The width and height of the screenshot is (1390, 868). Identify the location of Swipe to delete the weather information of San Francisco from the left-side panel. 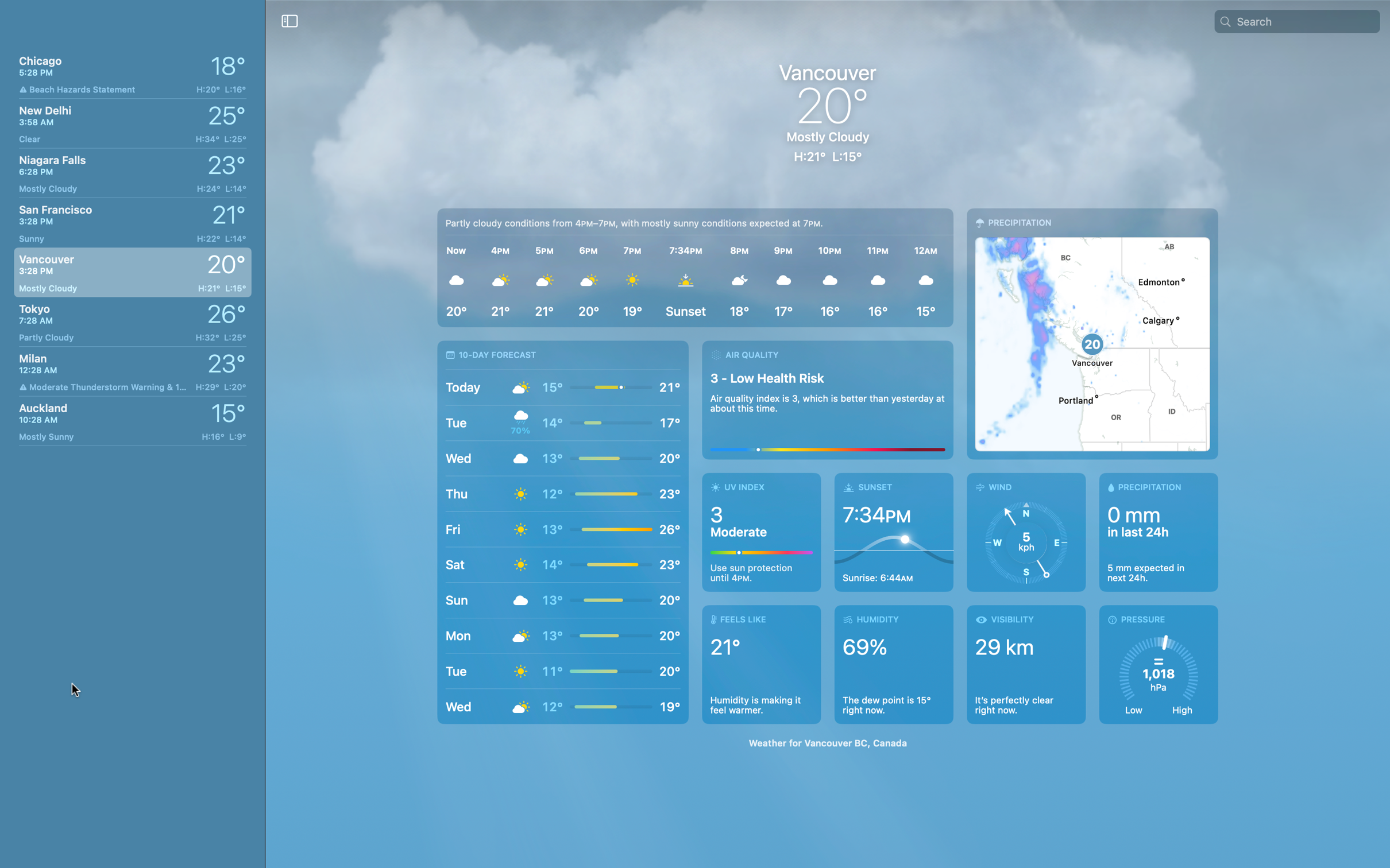
(439240, 460908).